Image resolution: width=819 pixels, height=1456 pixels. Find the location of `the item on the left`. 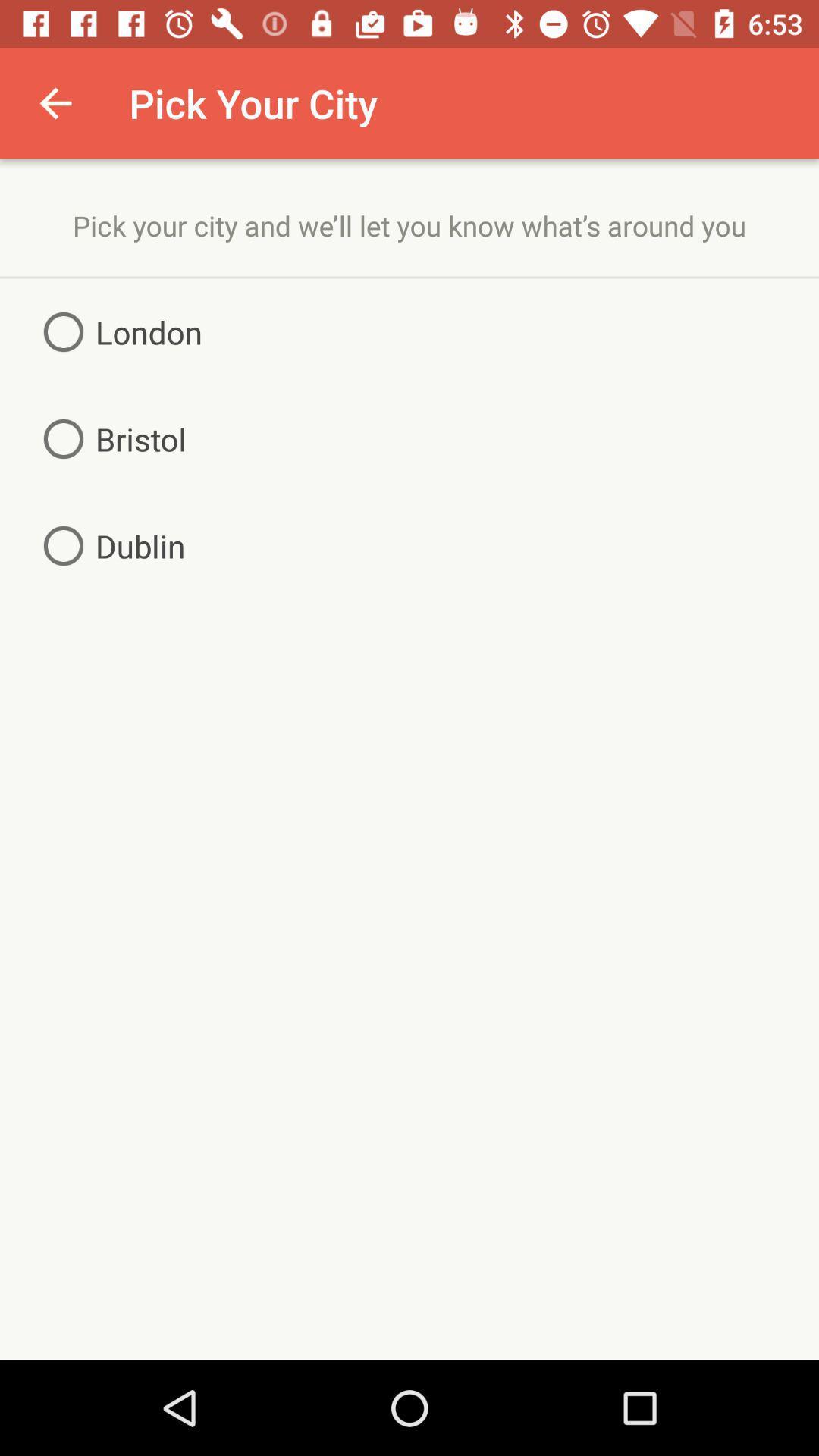

the item on the left is located at coordinates (108, 546).